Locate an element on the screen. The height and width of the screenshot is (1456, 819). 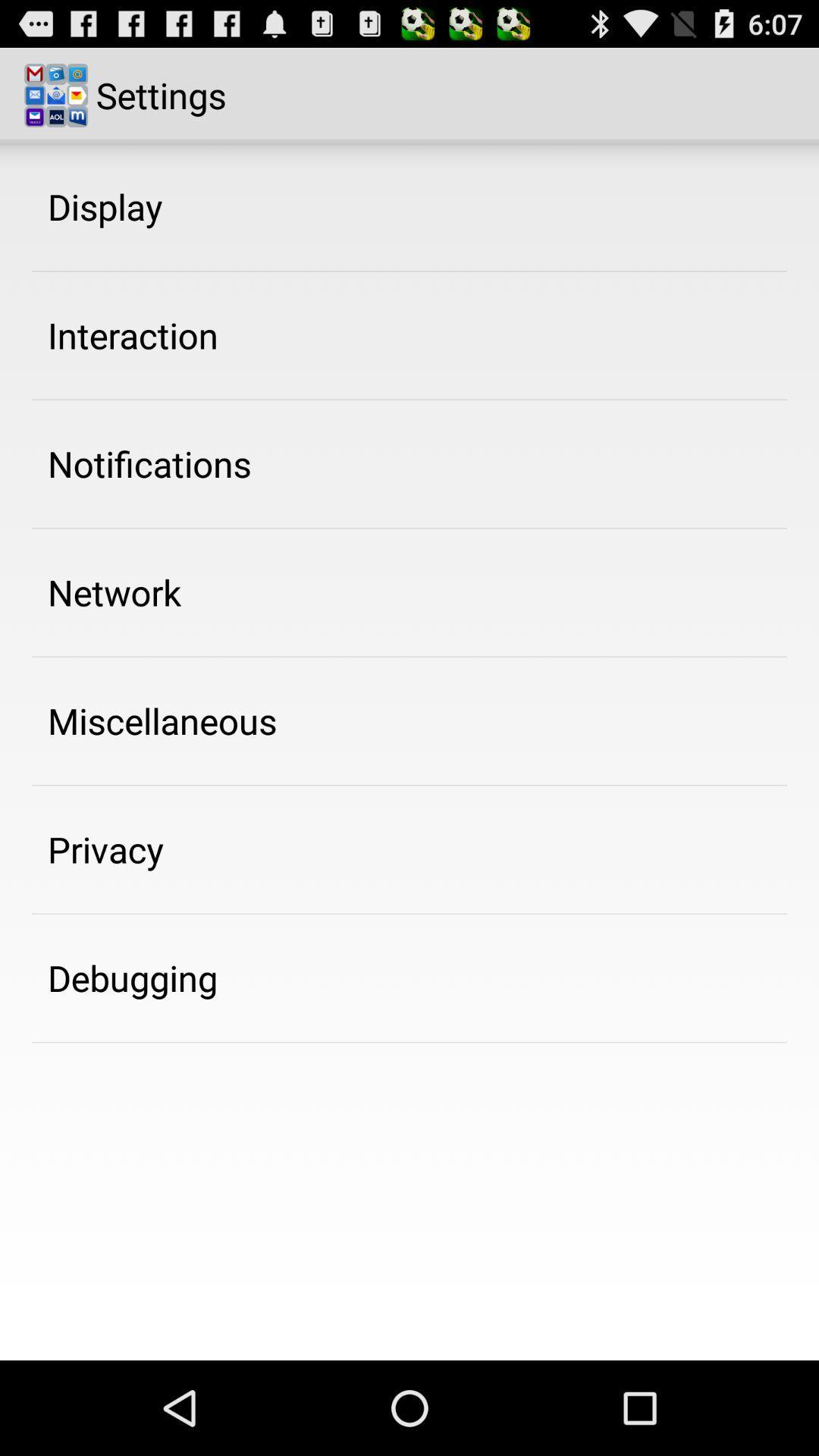
the app below notifications app is located at coordinates (114, 591).